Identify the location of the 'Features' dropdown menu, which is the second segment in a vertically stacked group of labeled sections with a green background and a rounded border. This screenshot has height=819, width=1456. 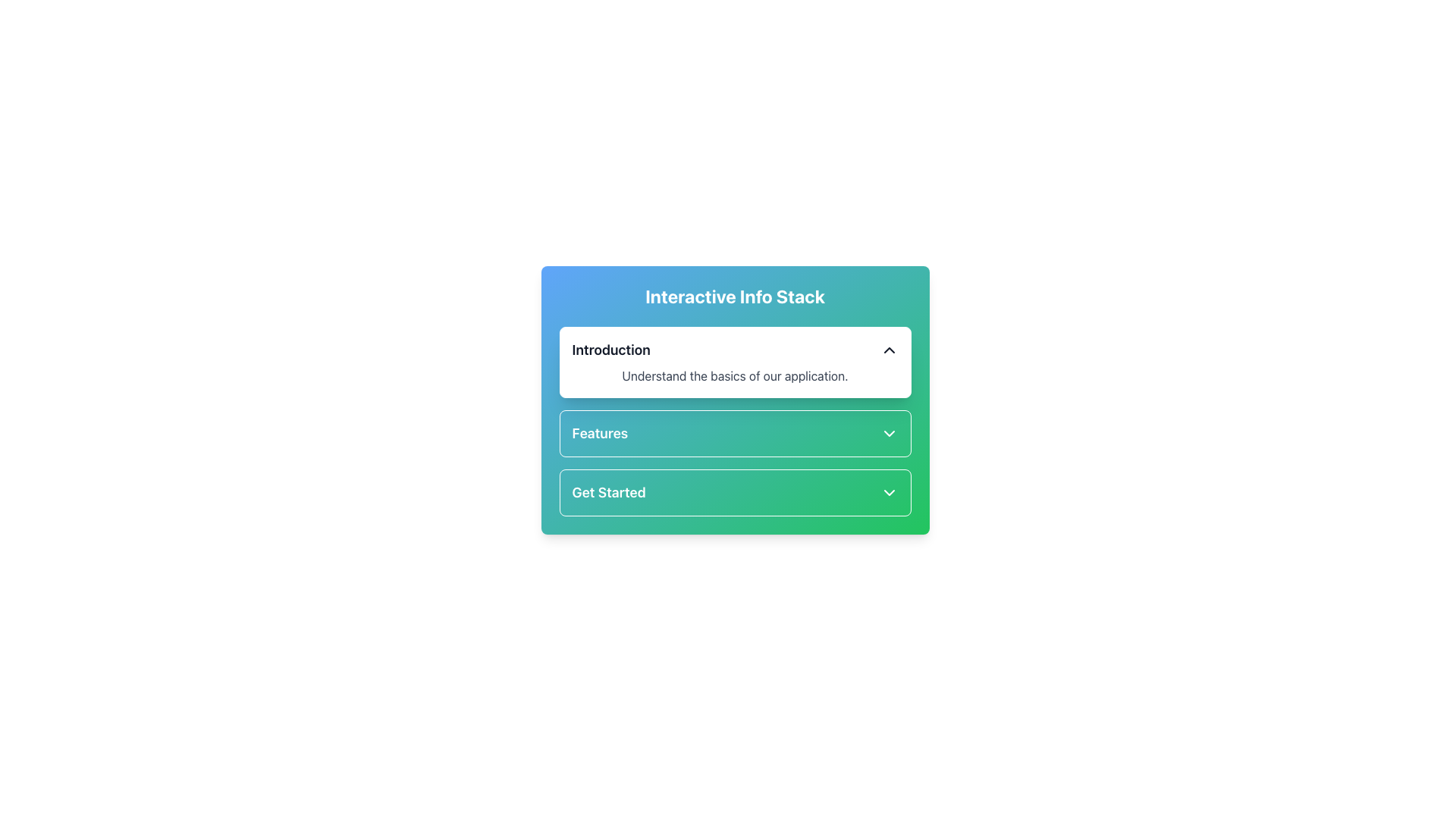
(735, 433).